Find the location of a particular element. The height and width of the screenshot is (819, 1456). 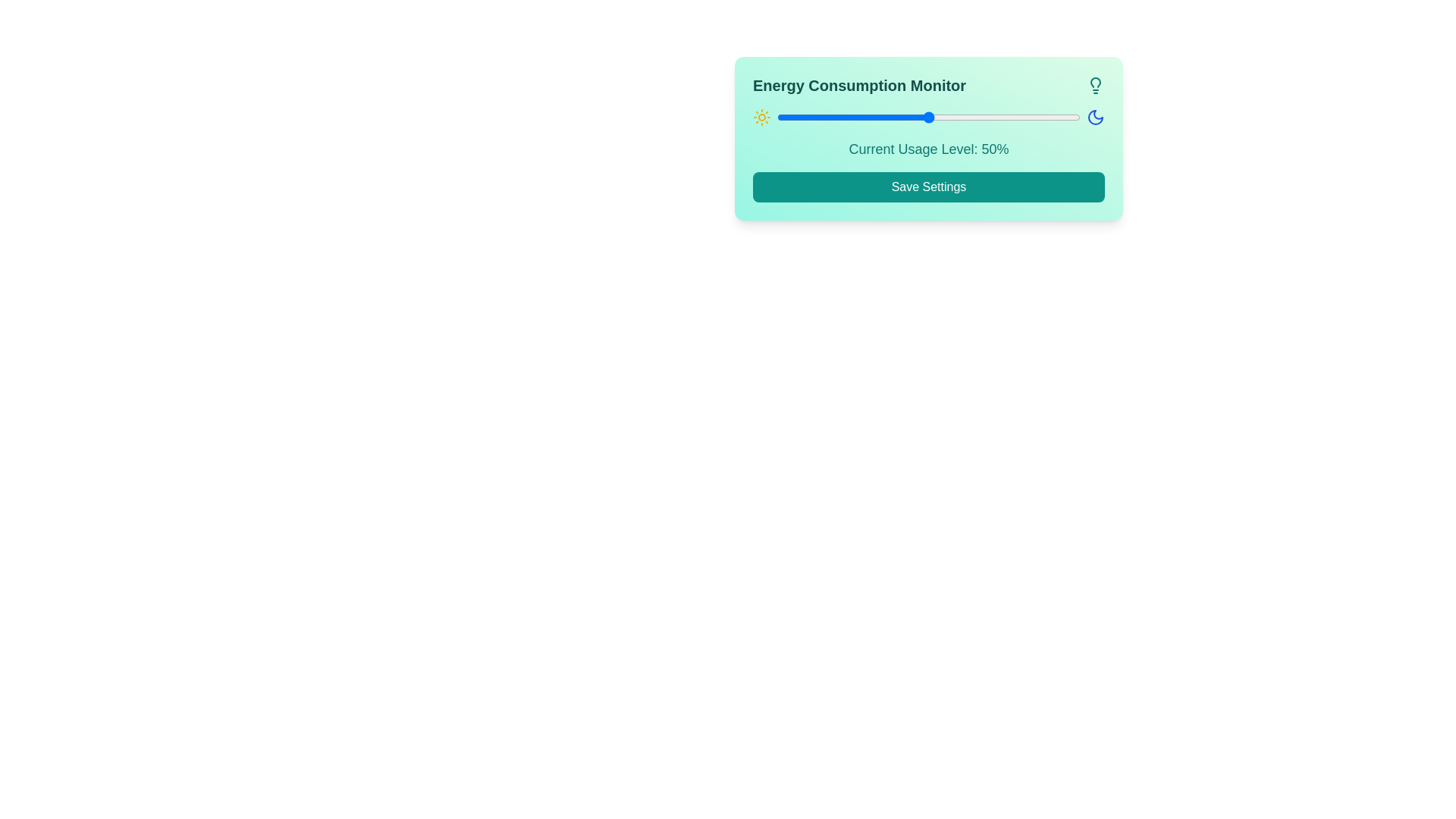

the slider to set the energy usage level to 68% is located at coordinates (983, 116).